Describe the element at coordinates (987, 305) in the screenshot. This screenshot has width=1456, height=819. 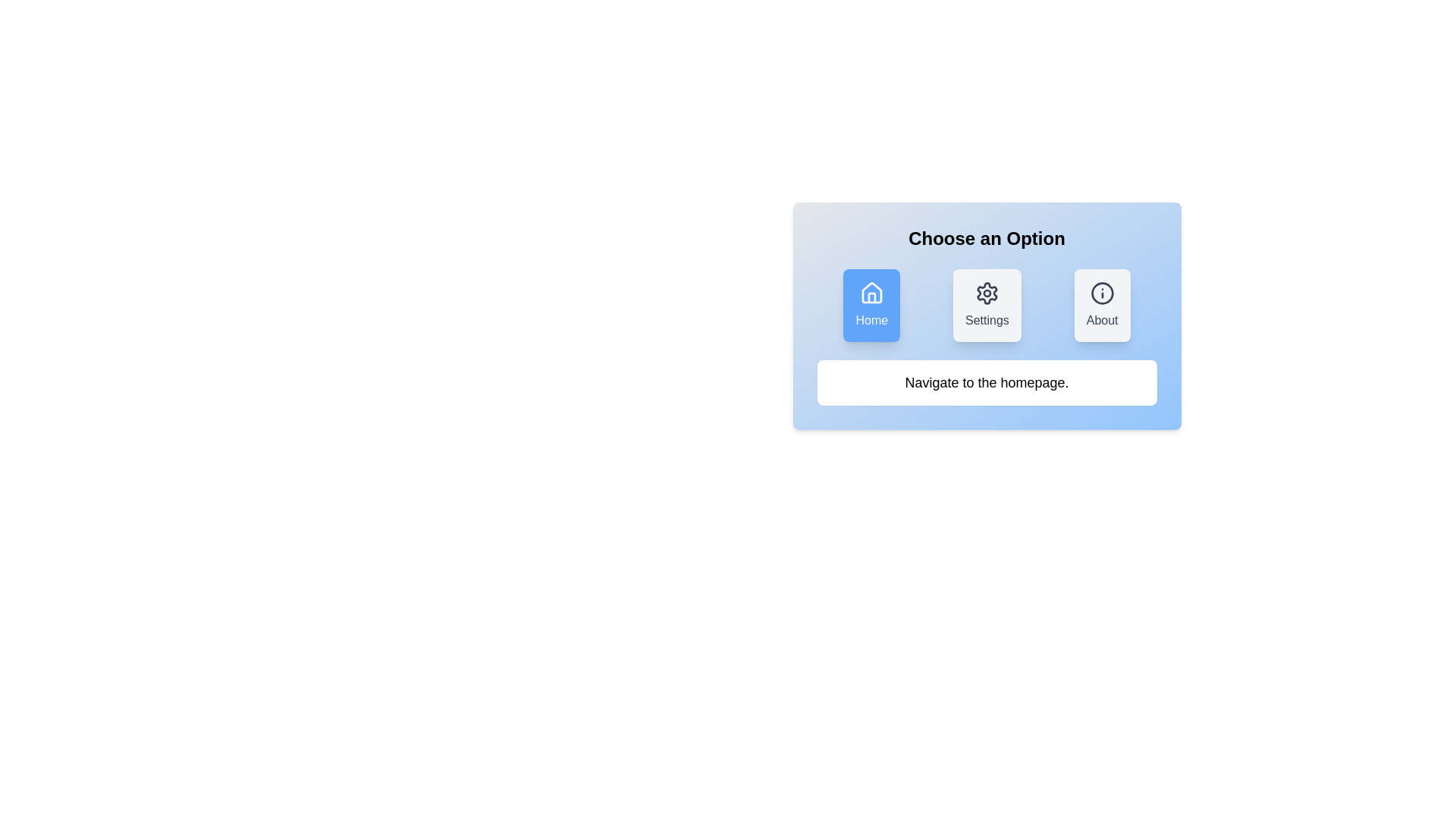
I see `the Settings button to select it` at that location.